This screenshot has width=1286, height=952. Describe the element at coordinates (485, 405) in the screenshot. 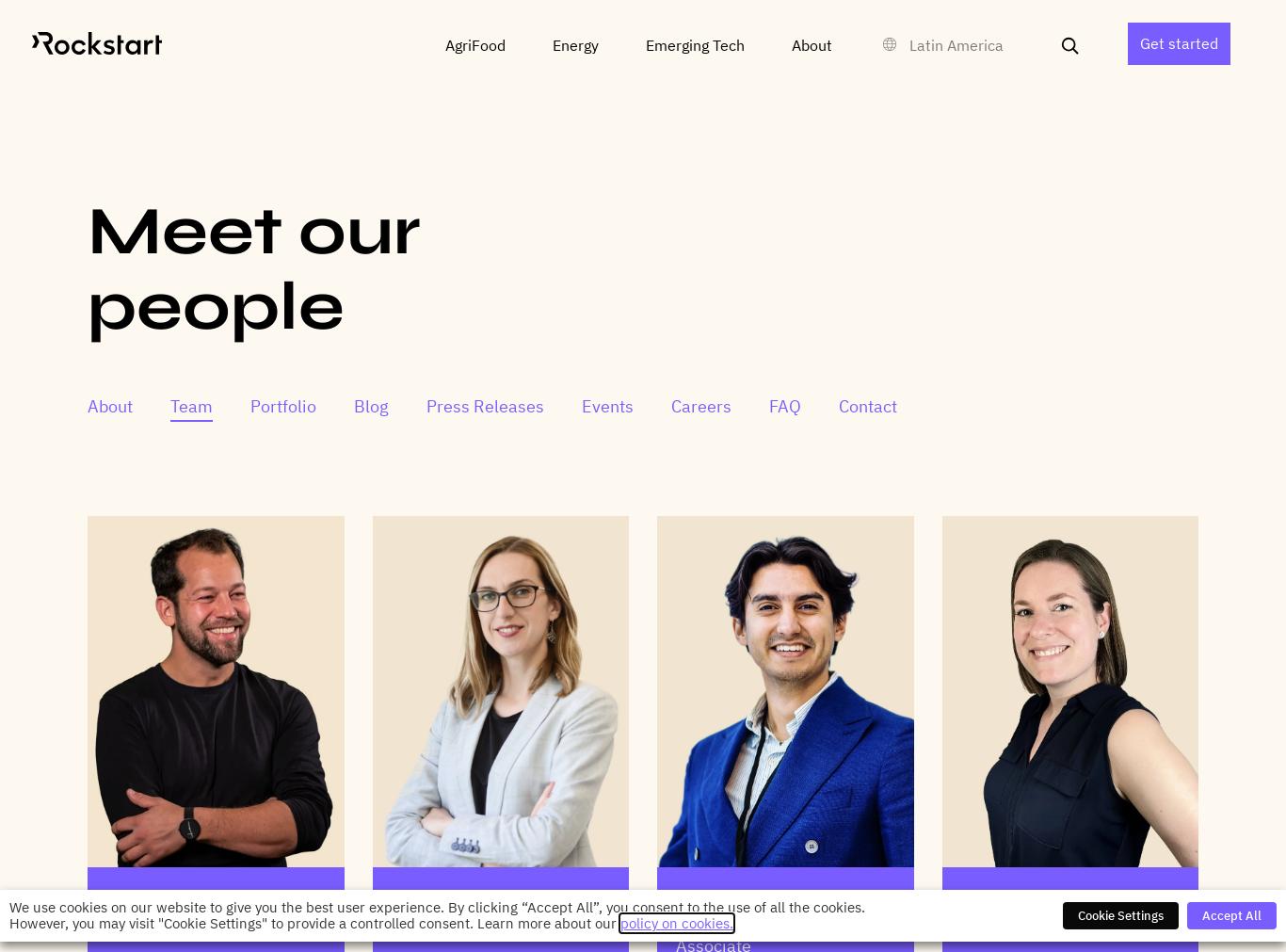

I see `'Press Releases'` at that location.